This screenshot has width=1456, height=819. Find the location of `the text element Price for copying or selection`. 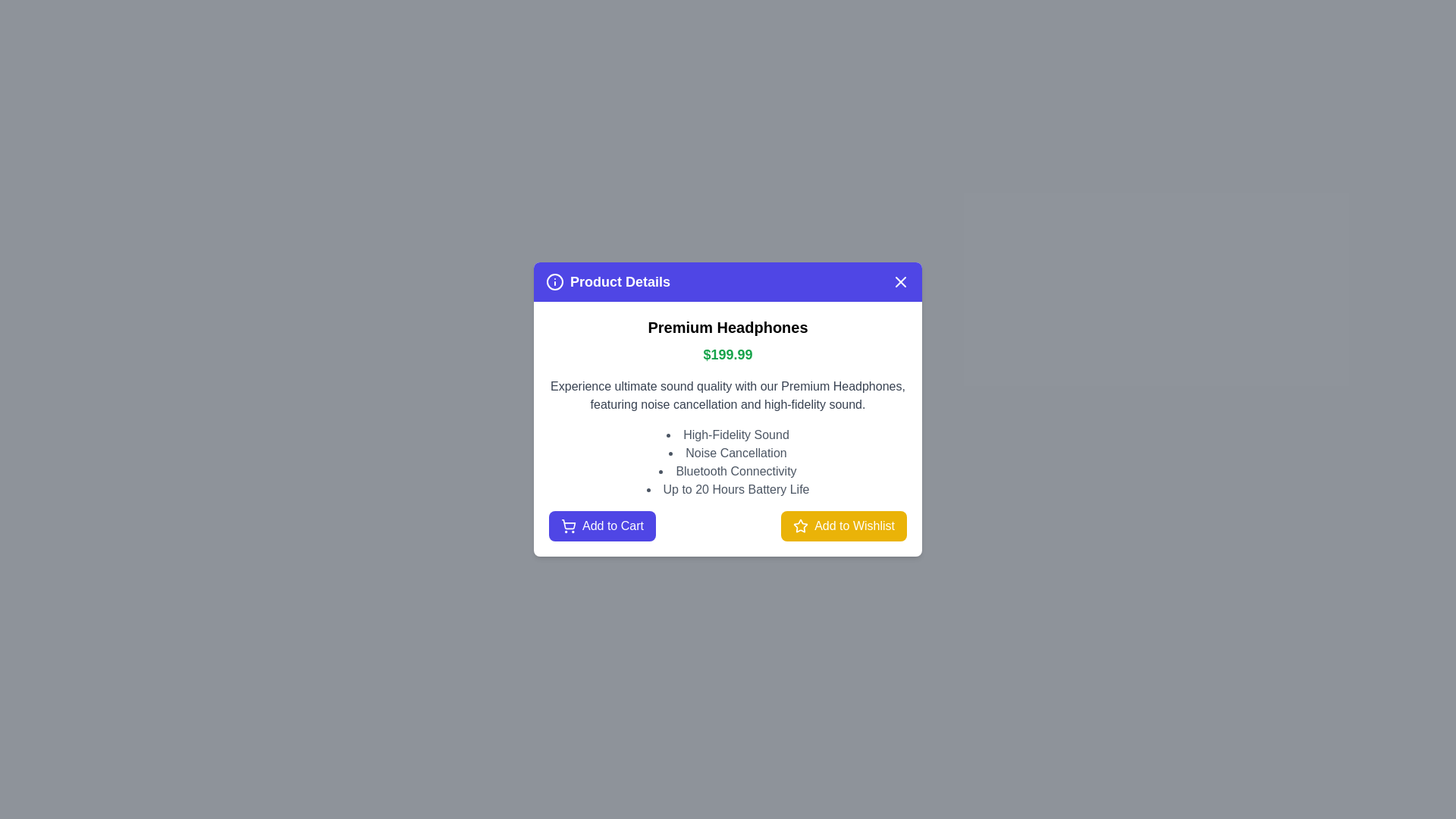

the text element Price for copying or selection is located at coordinates (728, 354).